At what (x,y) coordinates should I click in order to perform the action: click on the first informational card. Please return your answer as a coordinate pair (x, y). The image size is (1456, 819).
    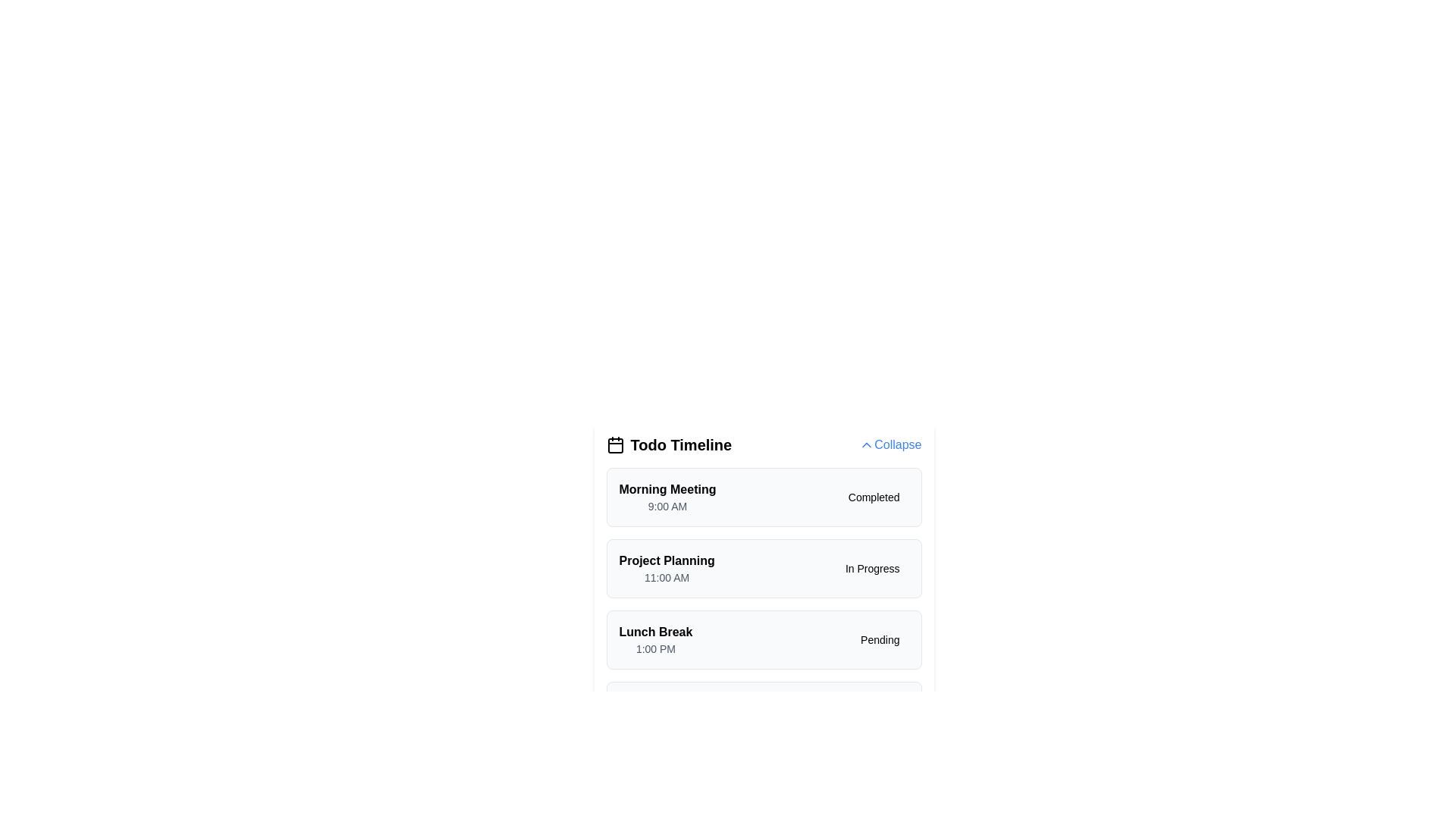
    Looking at the image, I should click on (764, 497).